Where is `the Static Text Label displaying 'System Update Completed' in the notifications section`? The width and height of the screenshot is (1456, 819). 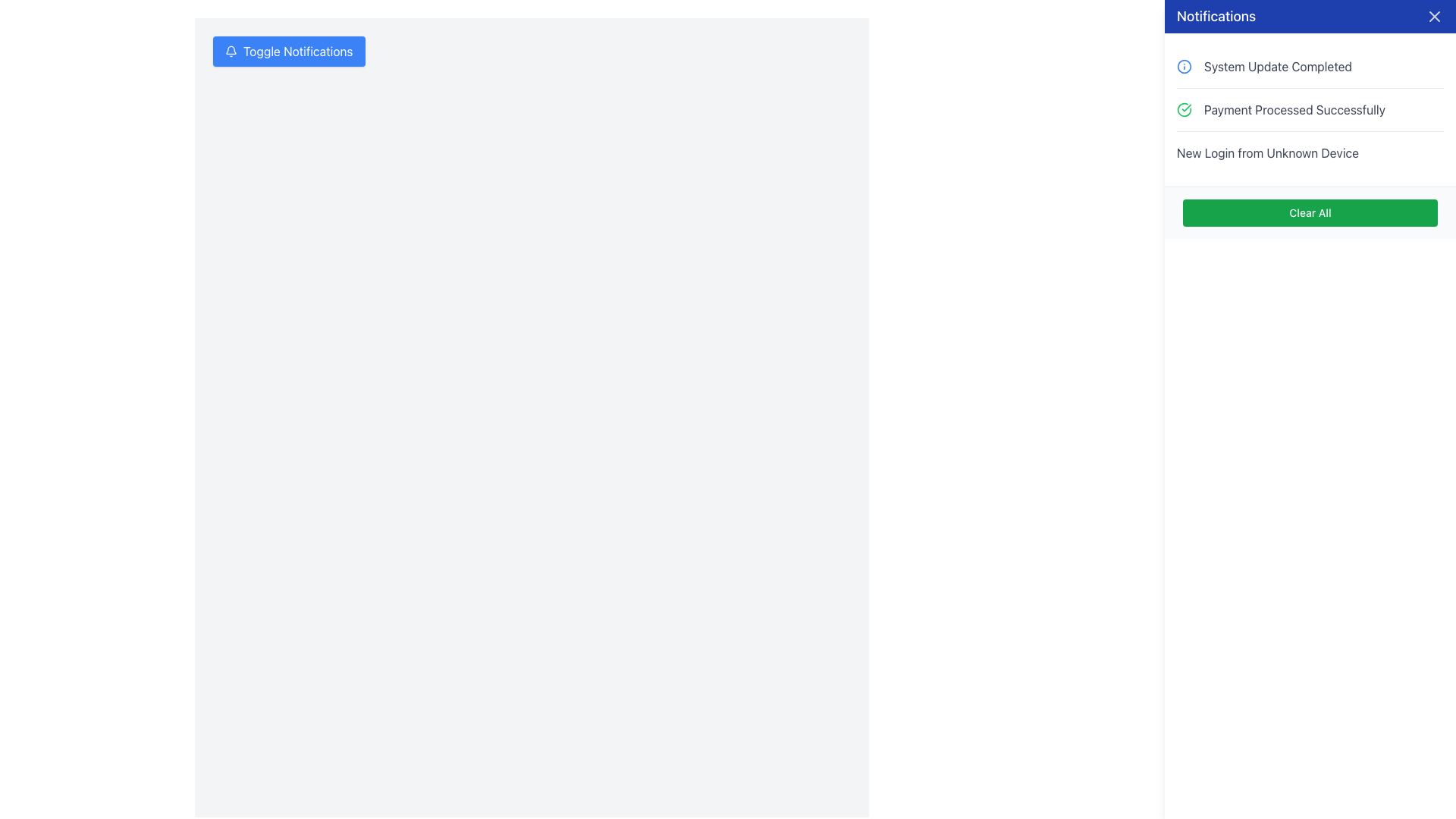 the Static Text Label displaying 'System Update Completed' in the notifications section is located at coordinates (1277, 66).